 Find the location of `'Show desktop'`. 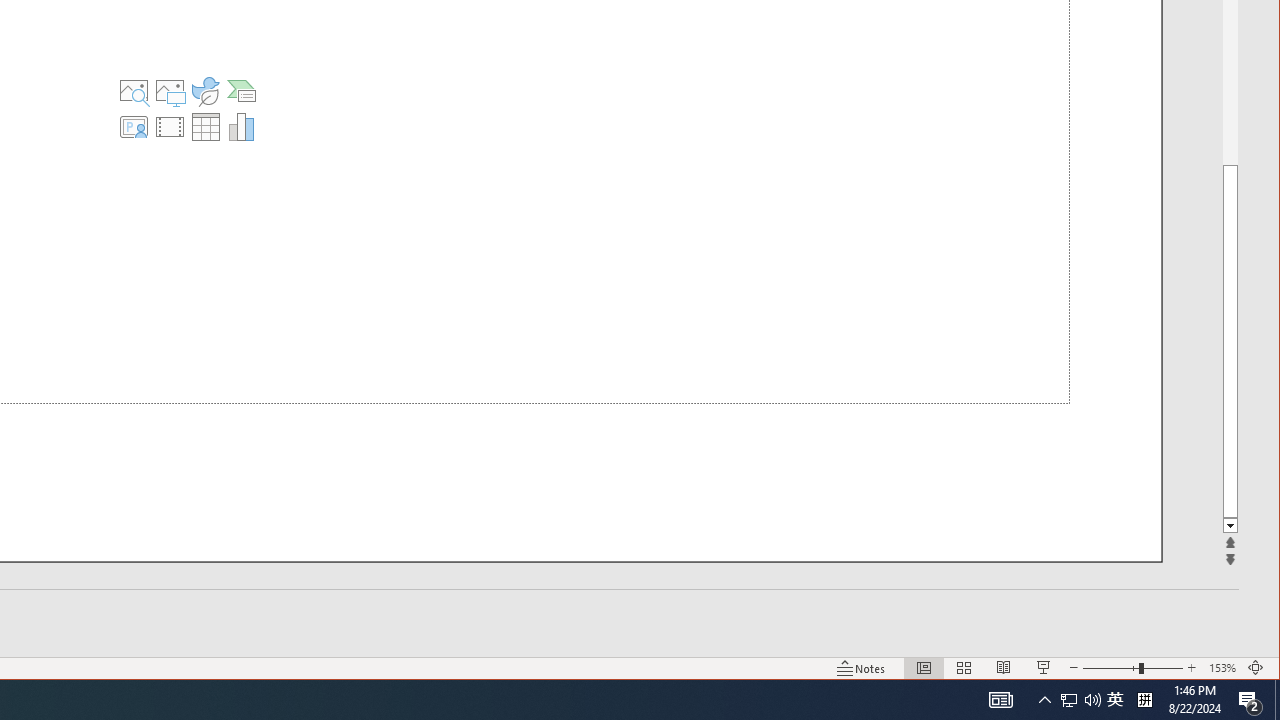

'Show desktop' is located at coordinates (1276, 698).